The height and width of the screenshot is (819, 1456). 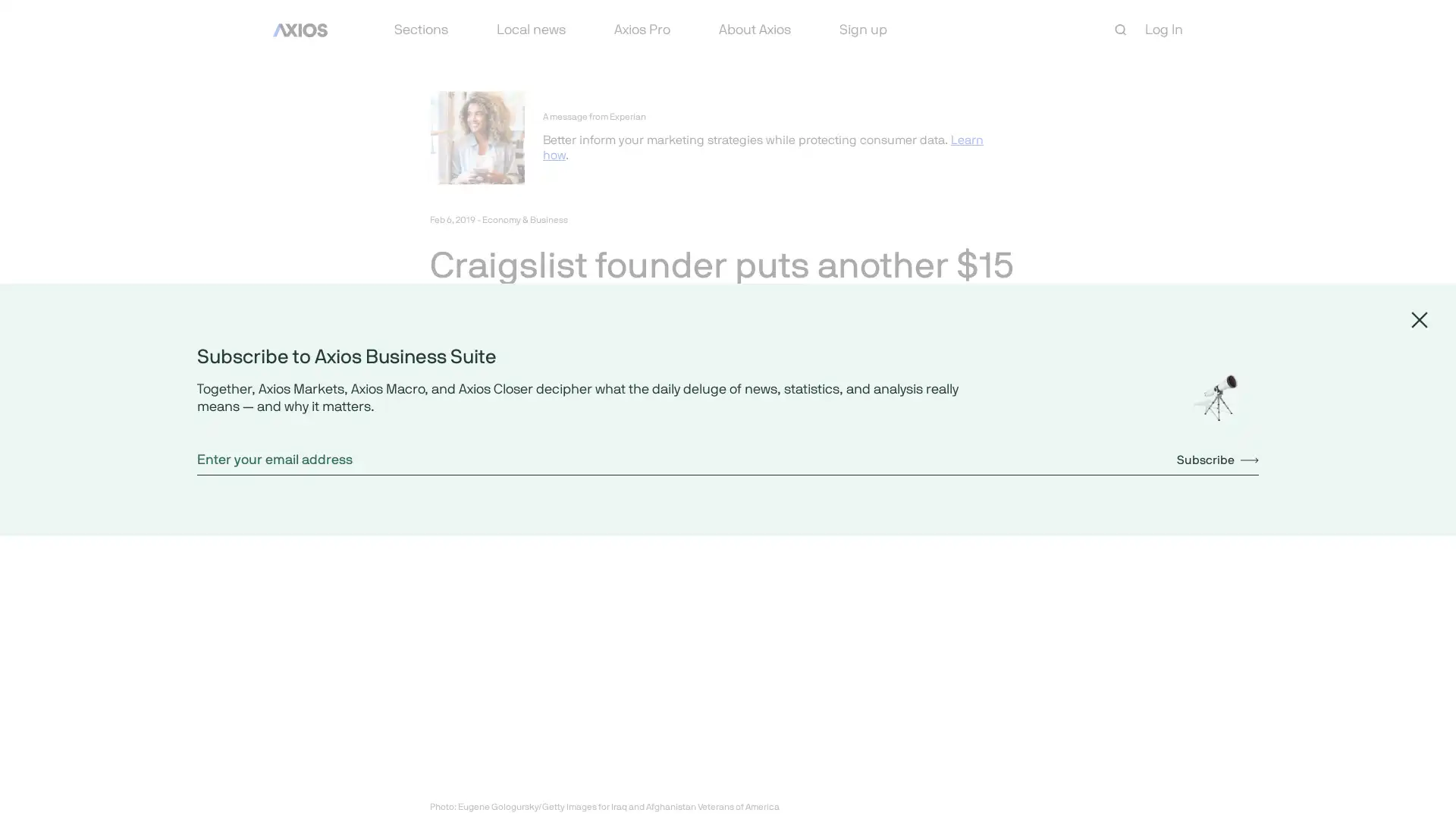 What do you see at coordinates (1163, 29) in the screenshot?
I see `Log In` at bounding box center [1163, 29].